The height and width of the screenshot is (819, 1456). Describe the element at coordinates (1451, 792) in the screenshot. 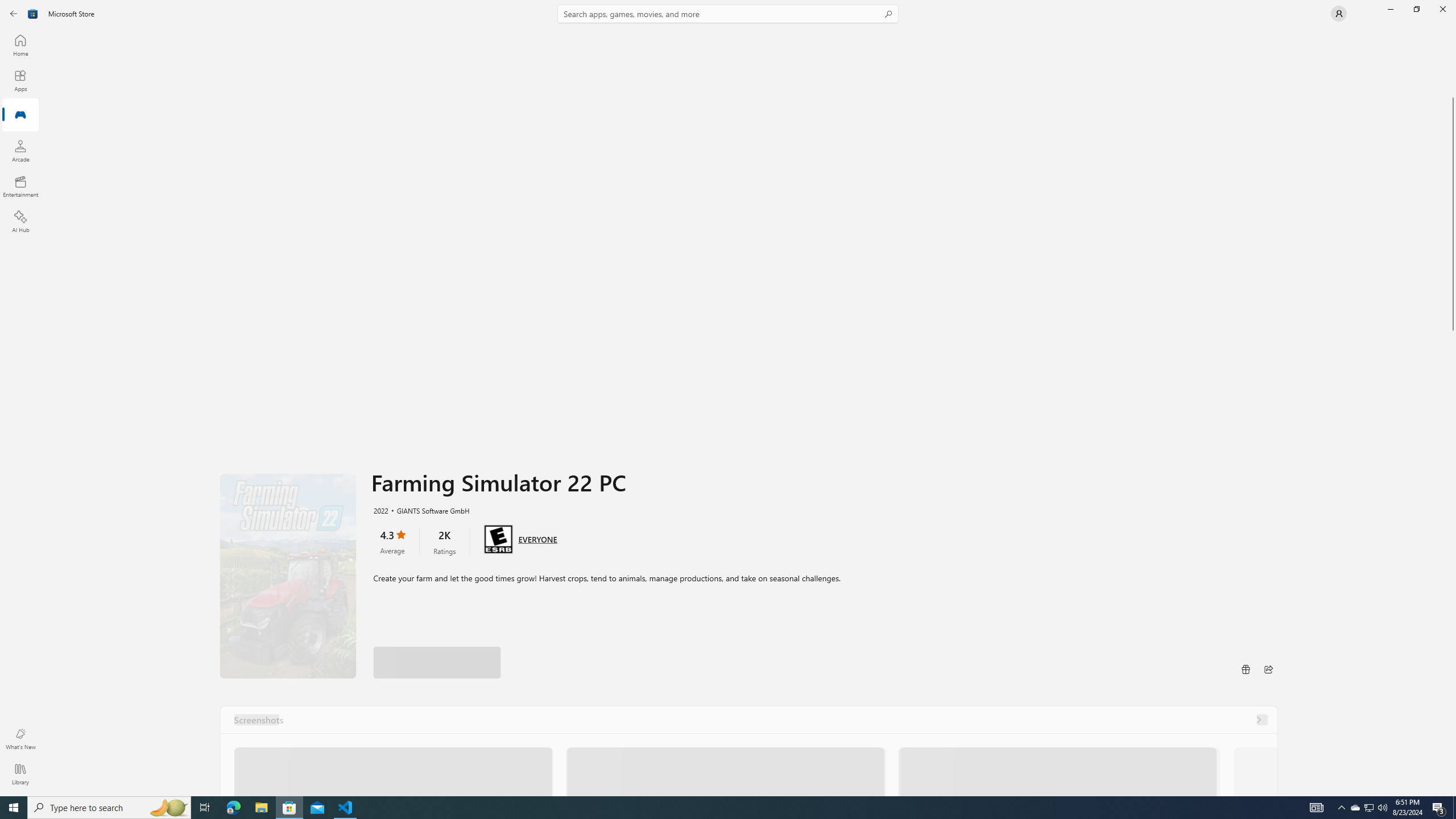

I see `'Vertical Small Increase'` at that location.